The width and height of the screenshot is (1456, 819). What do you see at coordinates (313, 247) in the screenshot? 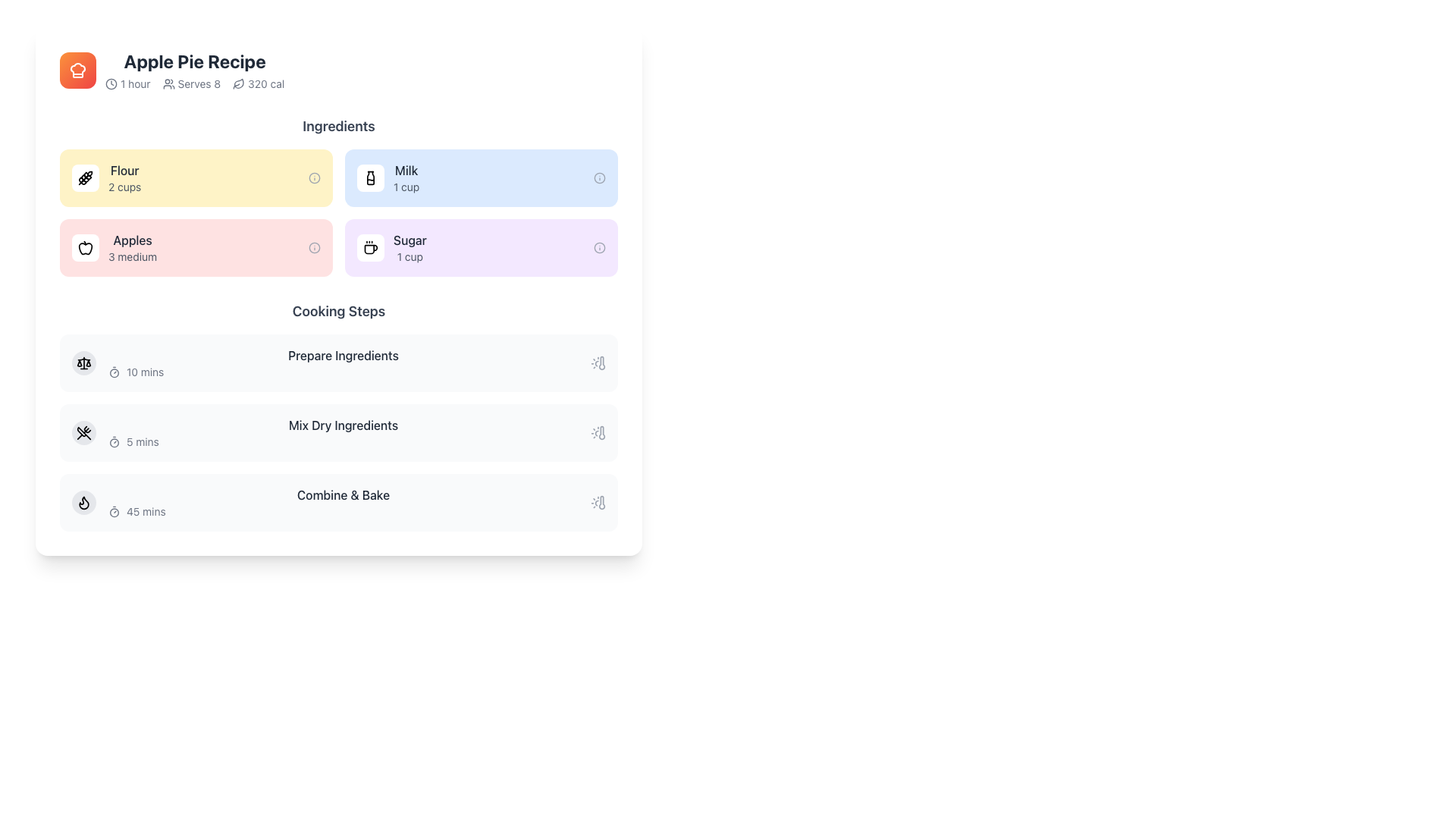
I see `the SVG circle element representing the information icon located at the top-right corner of the 'Apples' section by navigating via keyboard` at bounding box center [313, 247].